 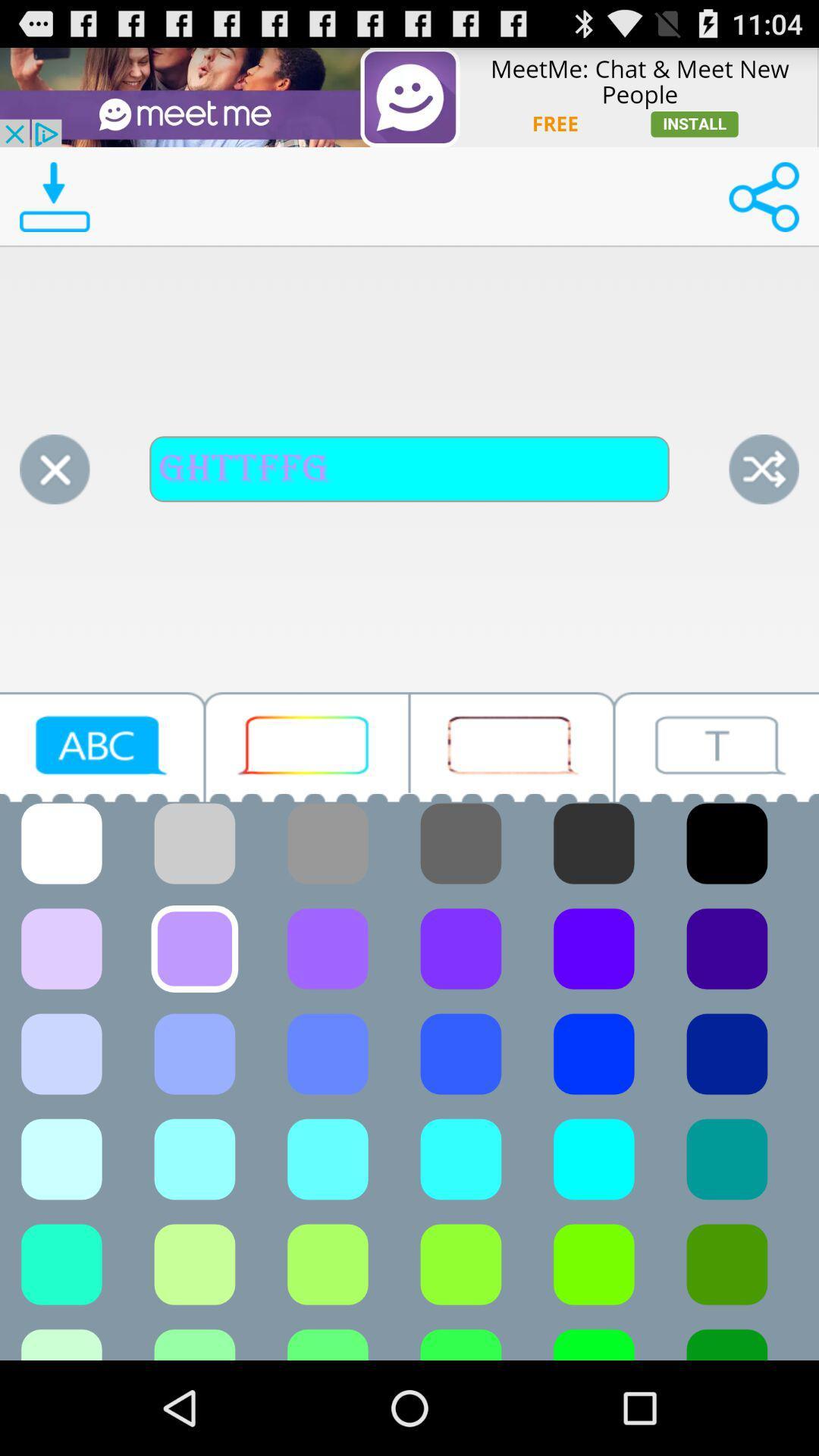 I want to click on open advertisement, so click(x=409, y=96).